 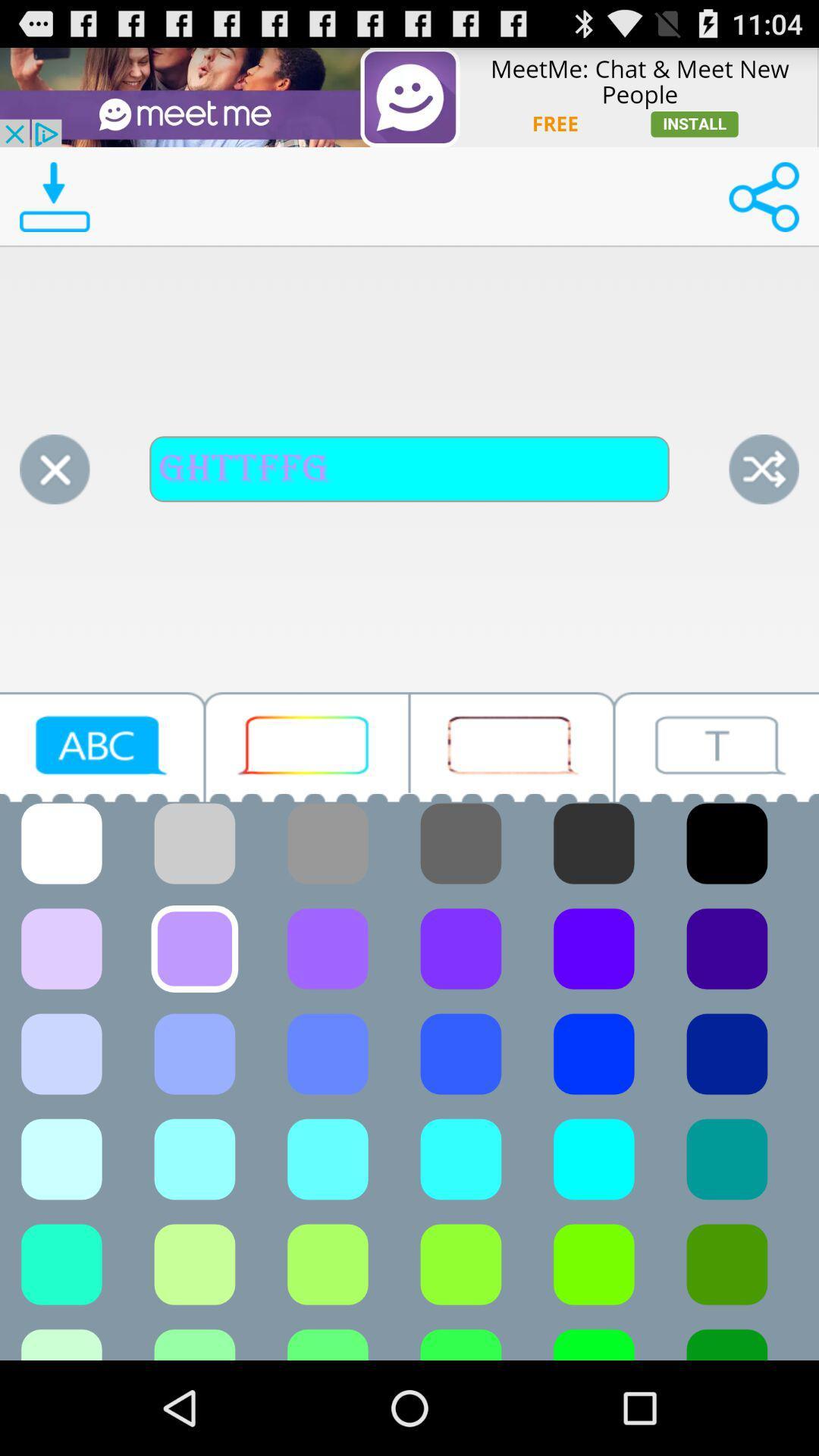 I want to click on open advertisement, so click(x=409, y=96).